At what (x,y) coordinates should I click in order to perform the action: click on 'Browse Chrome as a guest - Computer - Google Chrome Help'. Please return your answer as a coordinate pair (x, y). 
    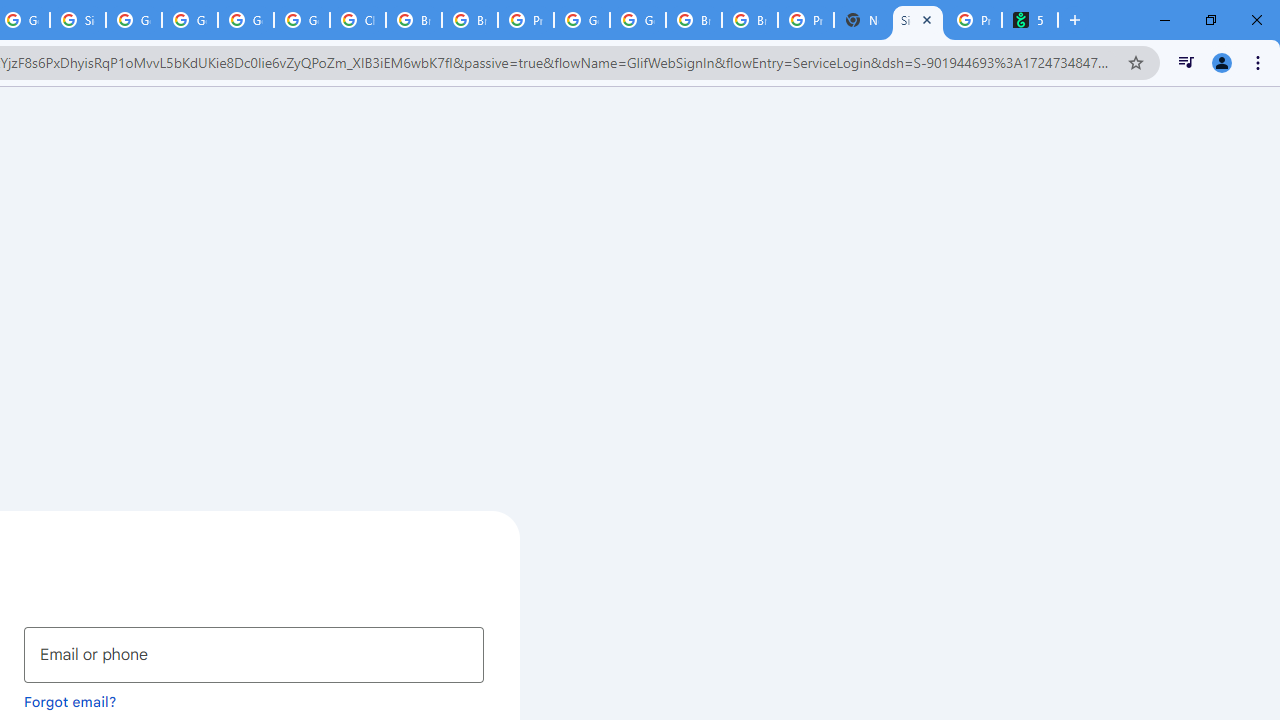
    Looking at the image, I should click on (413, 20).